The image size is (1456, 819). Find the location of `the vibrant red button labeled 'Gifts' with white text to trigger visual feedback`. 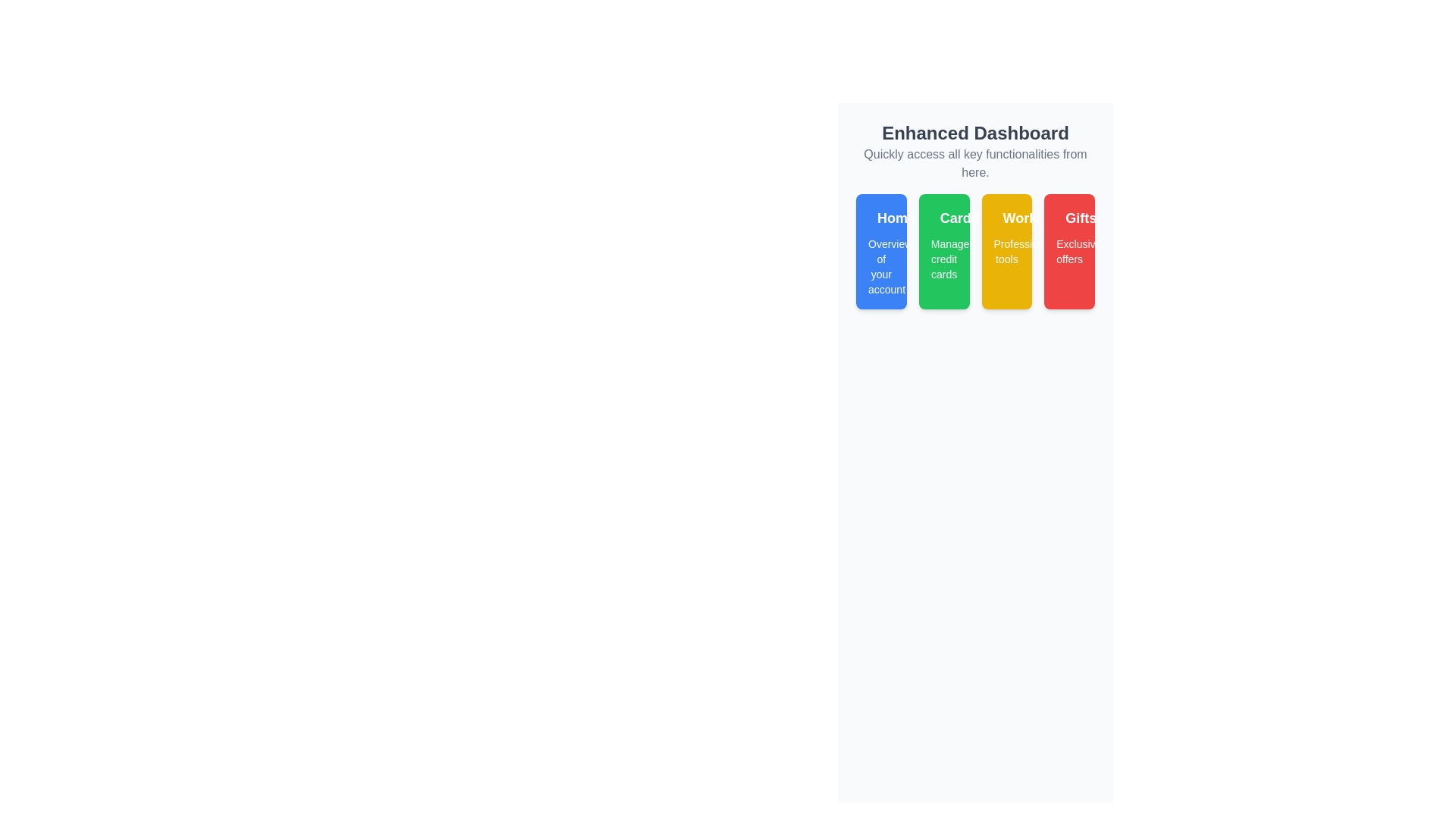

the vibrant red button labeled 'Gifts' with white text to trigger visual feedback is located at coordinates (1068, 250).